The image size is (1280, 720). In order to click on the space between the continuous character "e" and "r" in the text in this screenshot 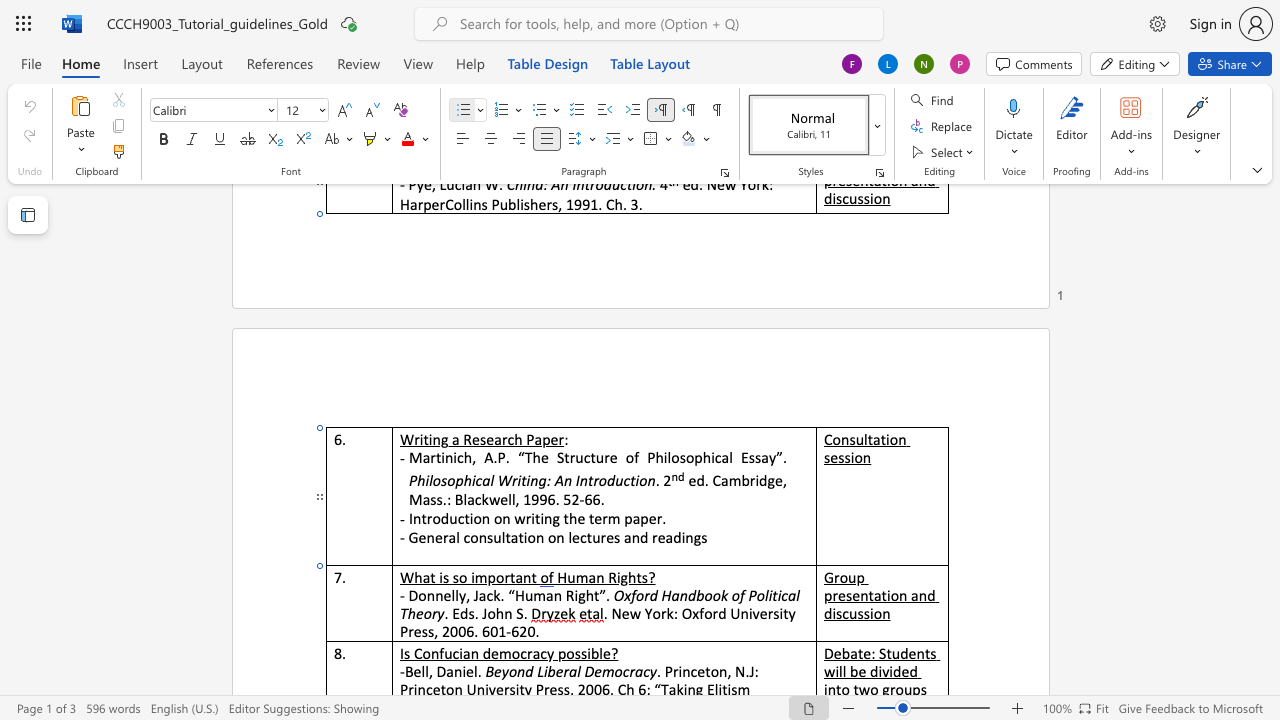, I will do `click(557, 438)`.